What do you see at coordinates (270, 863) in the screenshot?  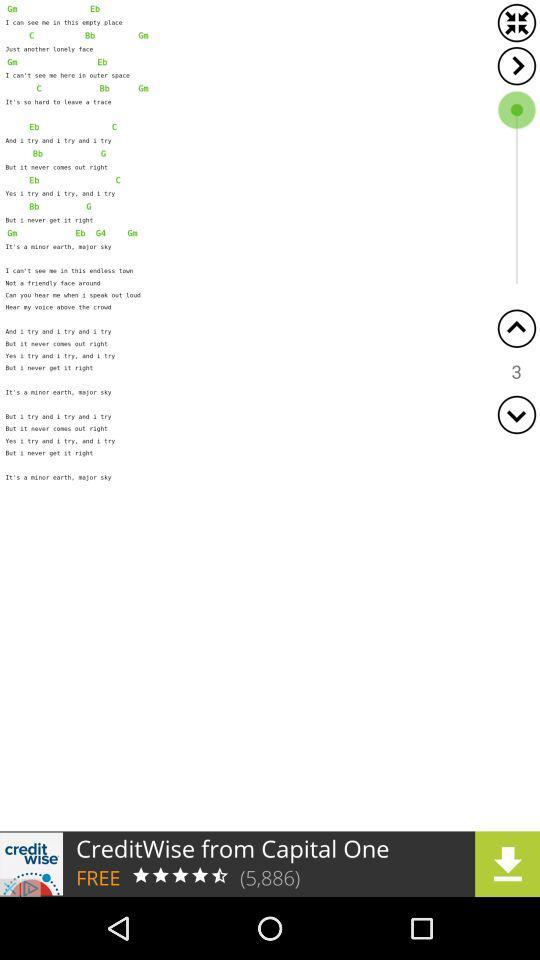 I see `advertisement` at bounding box center [270, 863].